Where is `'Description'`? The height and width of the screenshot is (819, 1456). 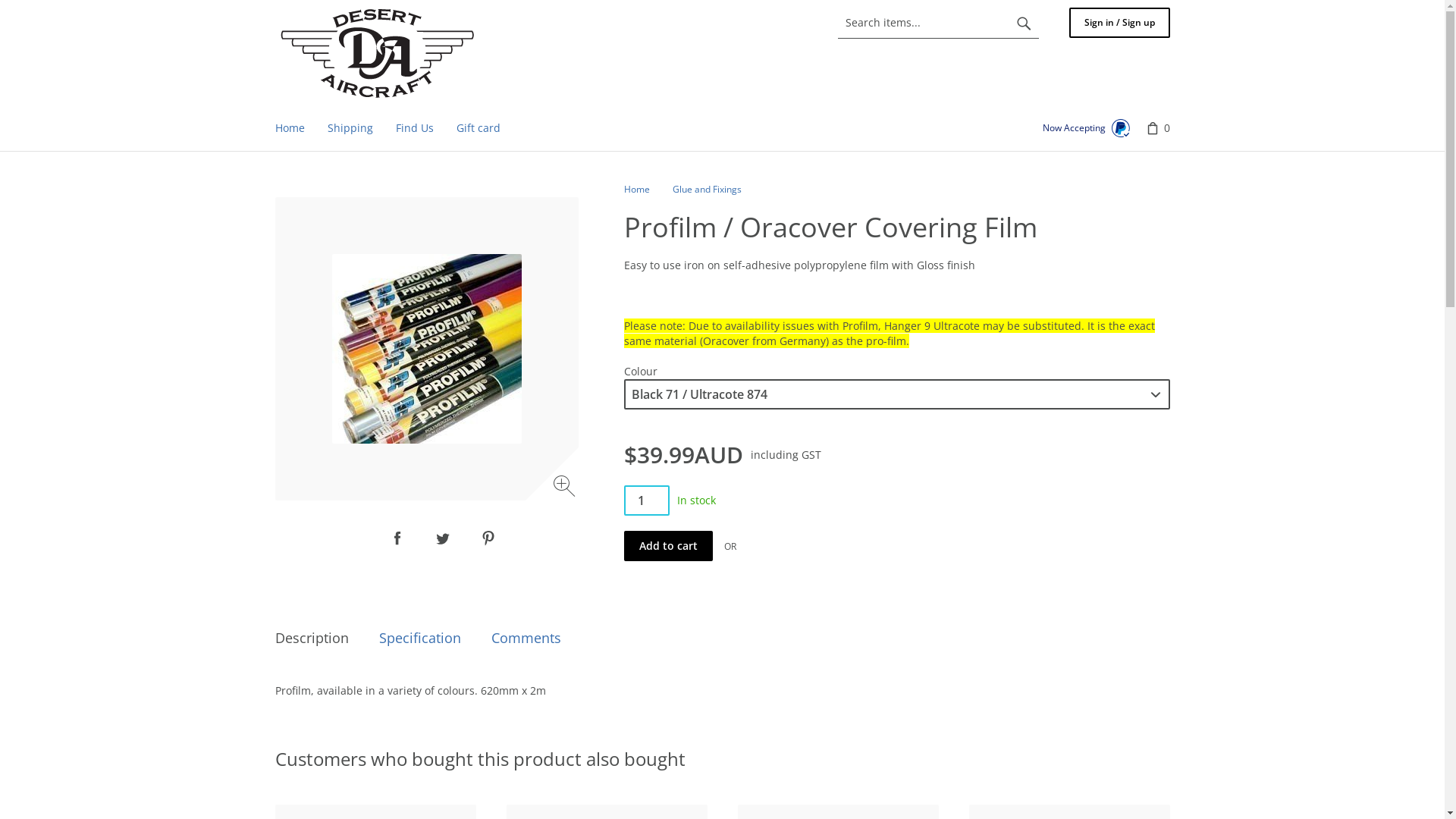
'Description' is located at coordinates (310, 638).